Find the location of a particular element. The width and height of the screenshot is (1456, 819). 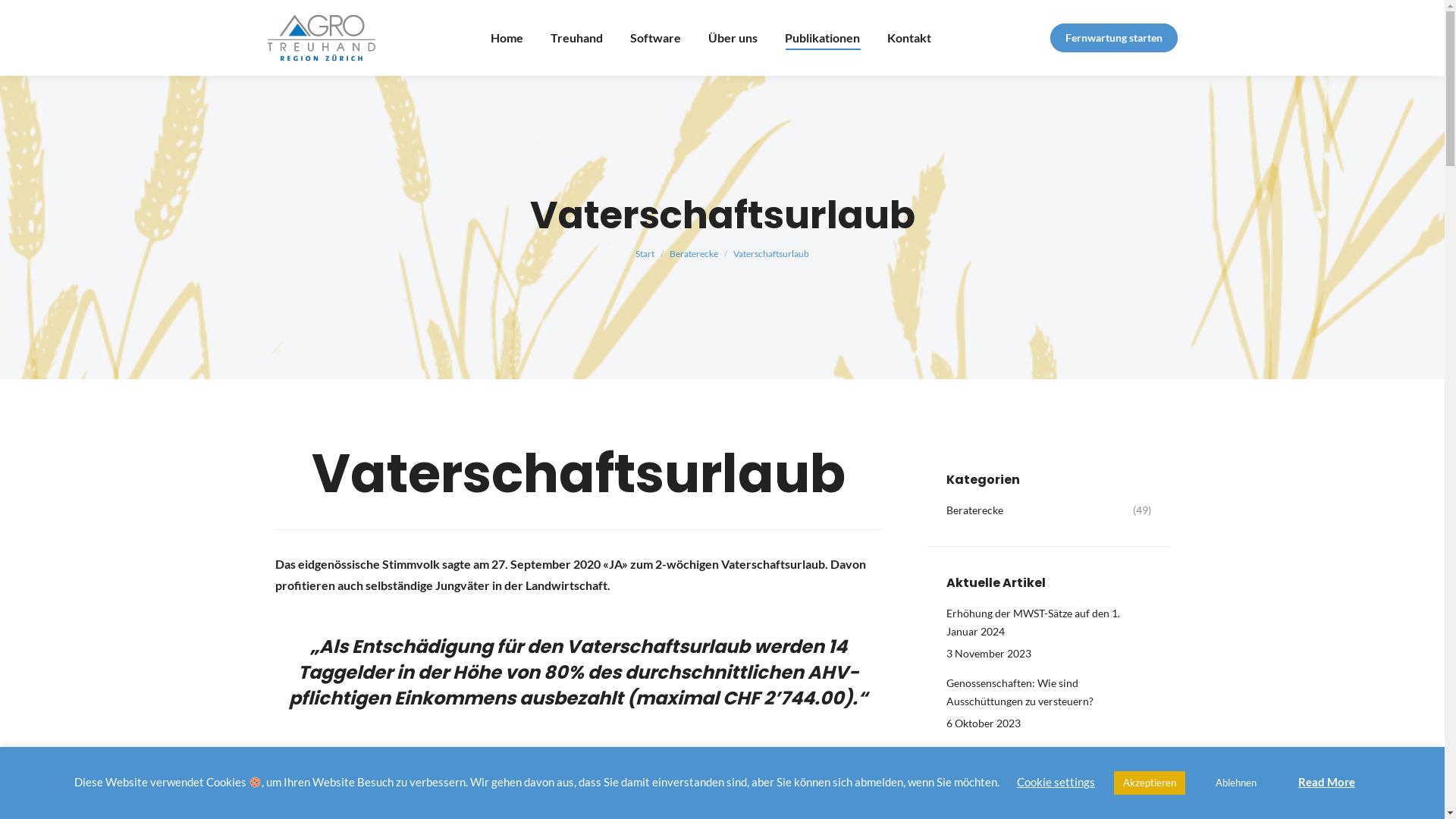

'Zahlungsverkehr und Buchhaltung' is located at coordinates (1027, 752).